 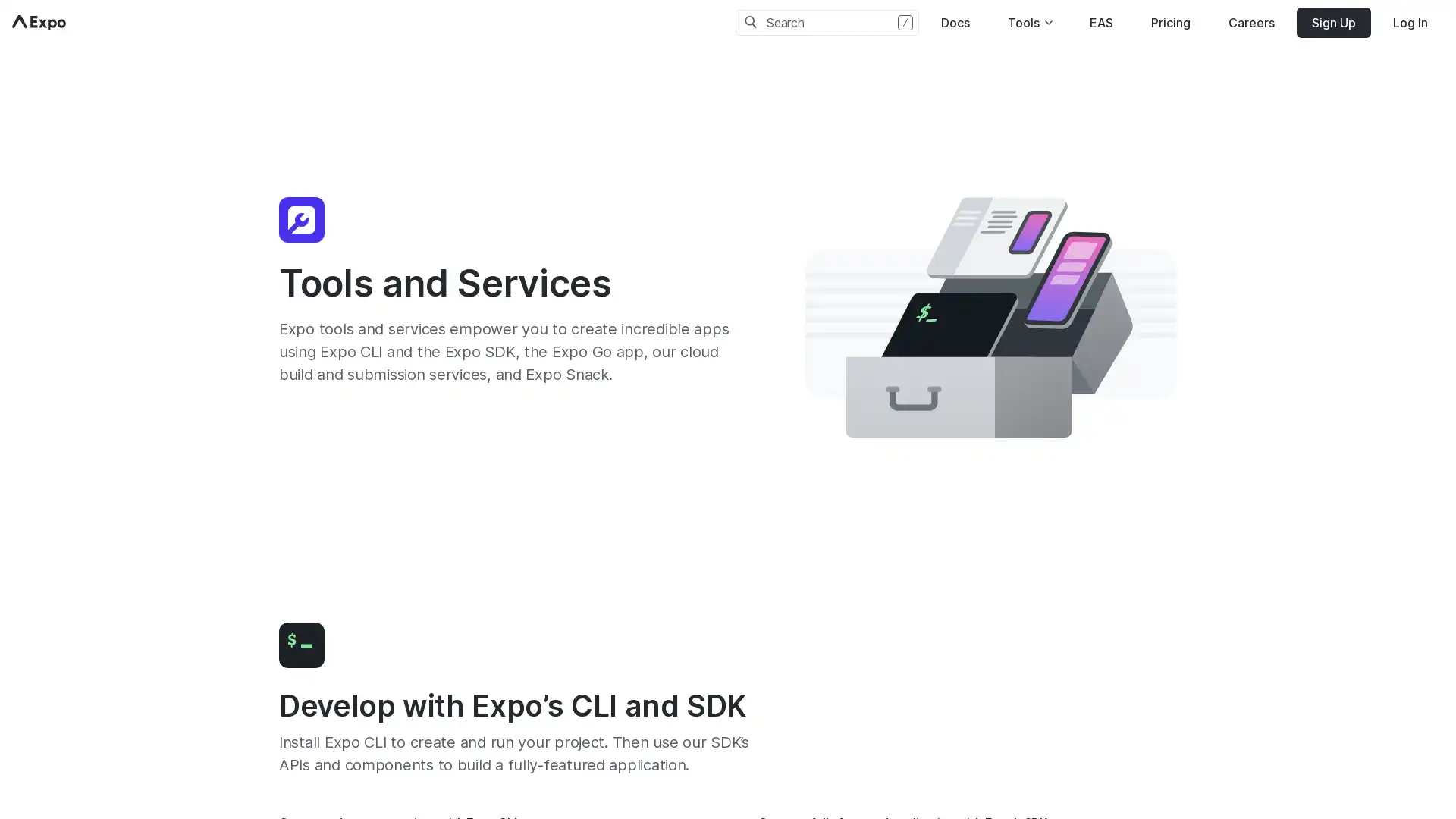 I want to click on Word-mark-logo, so click(x=39, y=23).